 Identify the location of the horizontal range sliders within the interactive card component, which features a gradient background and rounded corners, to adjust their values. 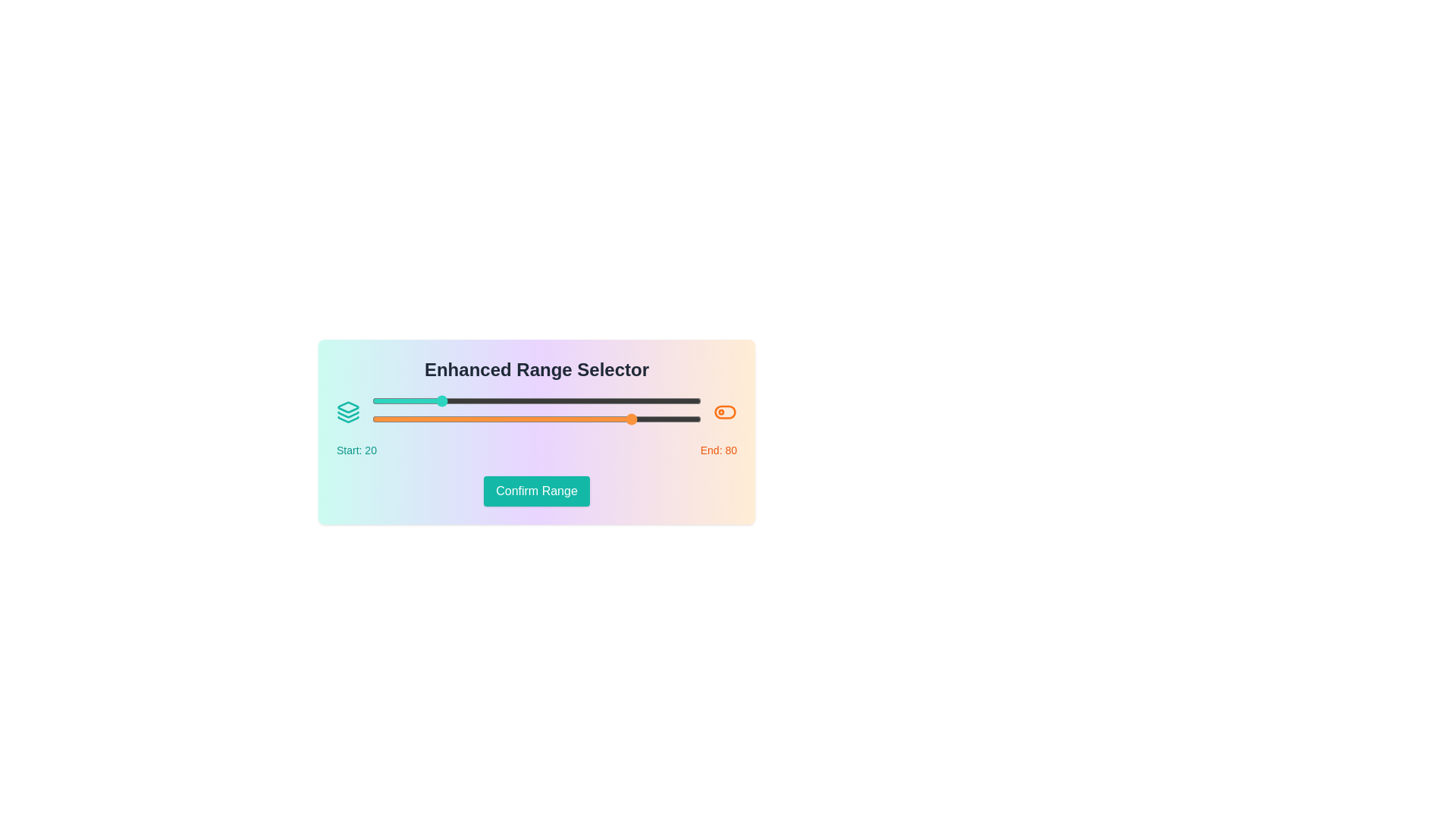
(537, 432).